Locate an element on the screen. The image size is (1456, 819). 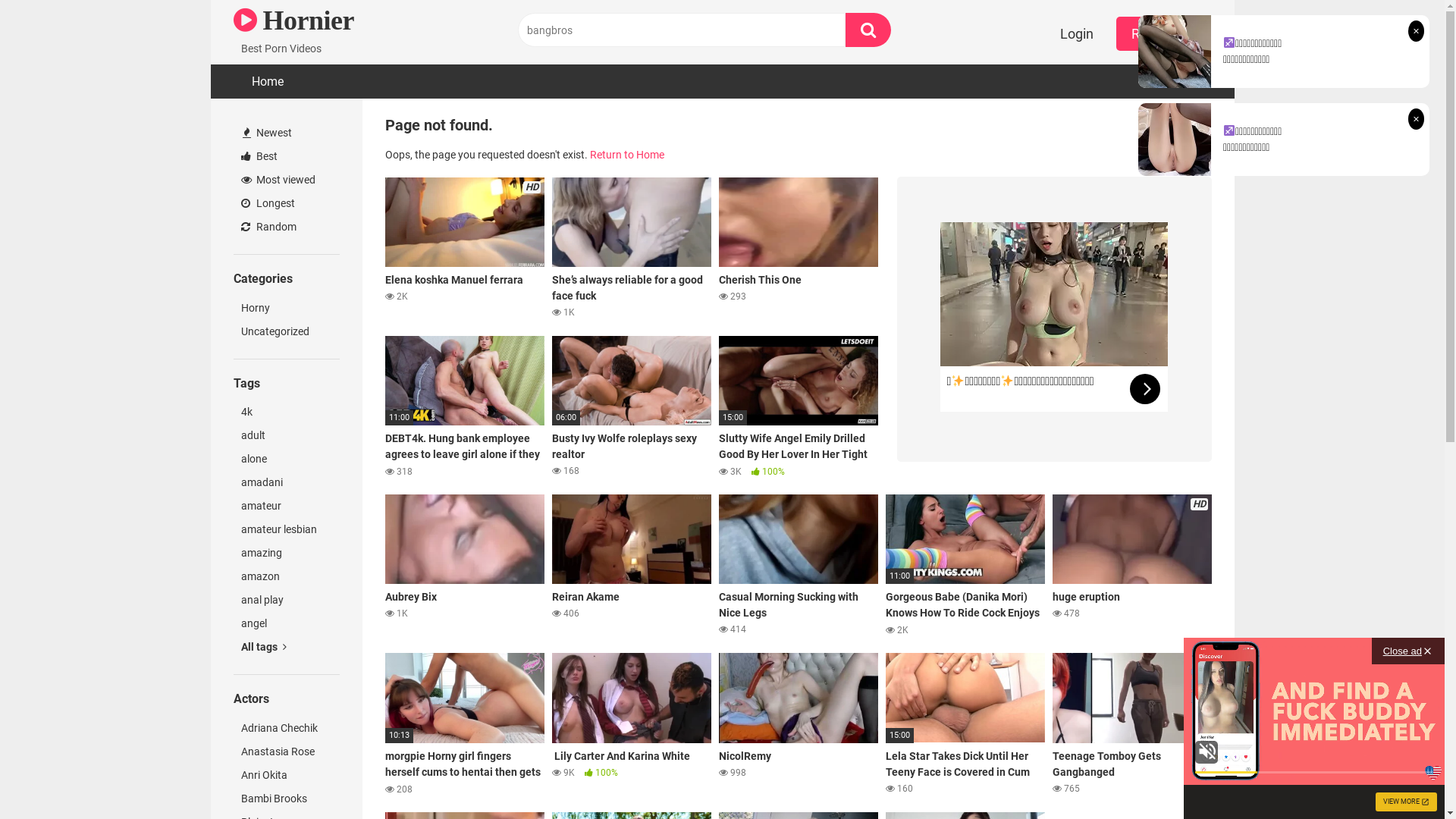
'Uncategorized' is located at coordinates (287, 331).